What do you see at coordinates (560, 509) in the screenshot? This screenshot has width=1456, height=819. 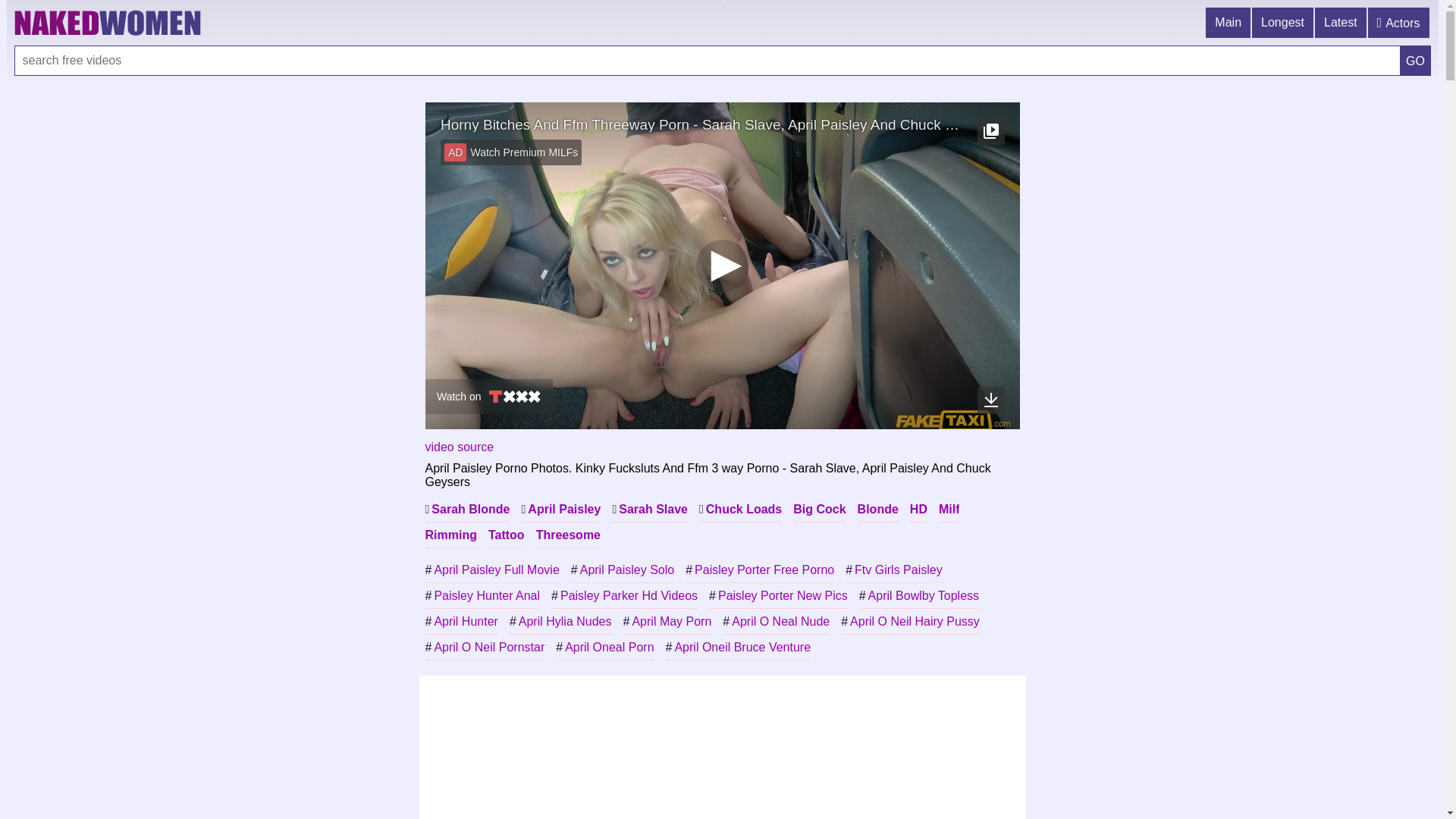 I see `'April Paisley'` at bounding box center [560, 509].